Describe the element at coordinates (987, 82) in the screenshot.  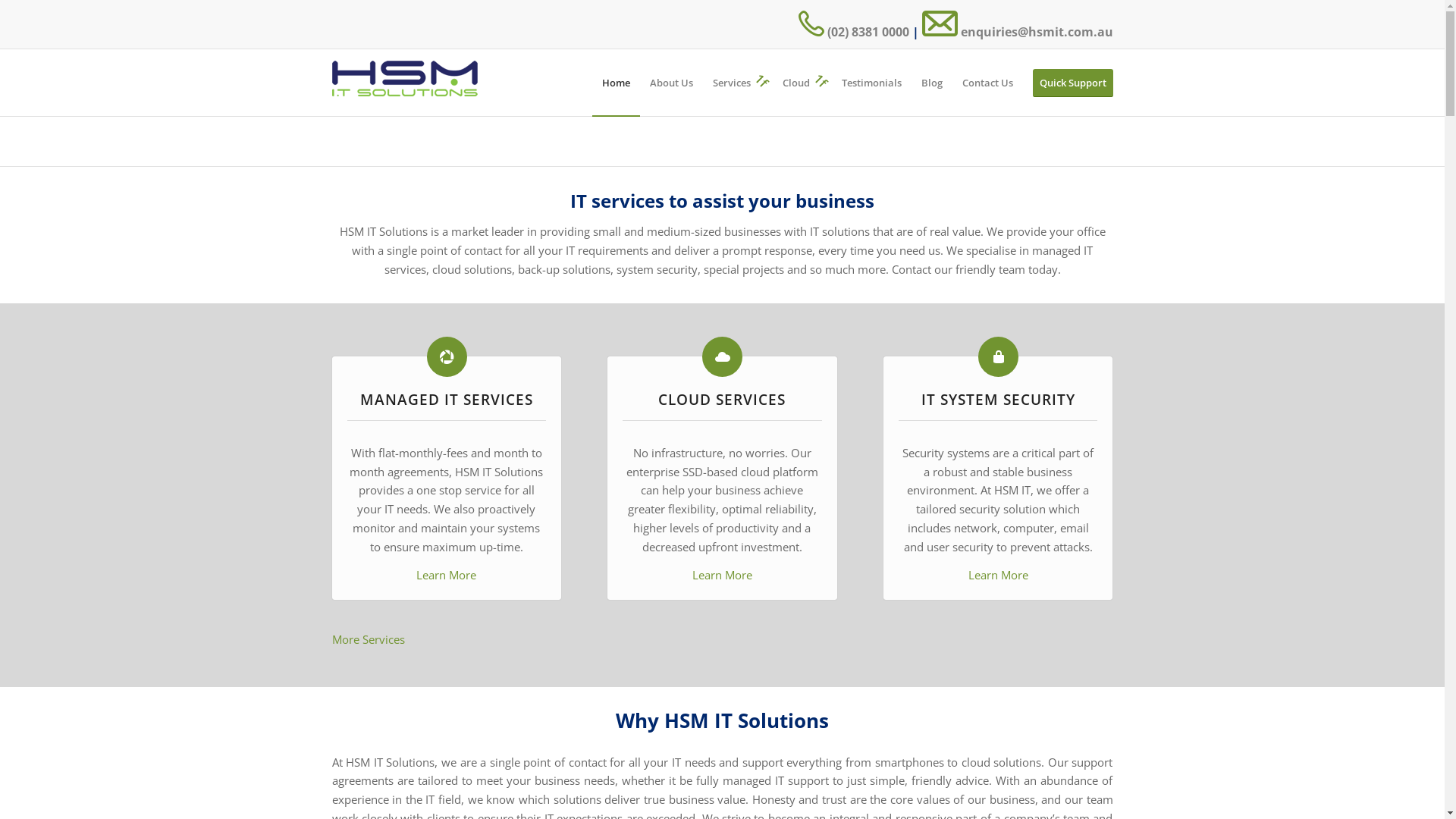
I see `'Contact Us'` at that location.